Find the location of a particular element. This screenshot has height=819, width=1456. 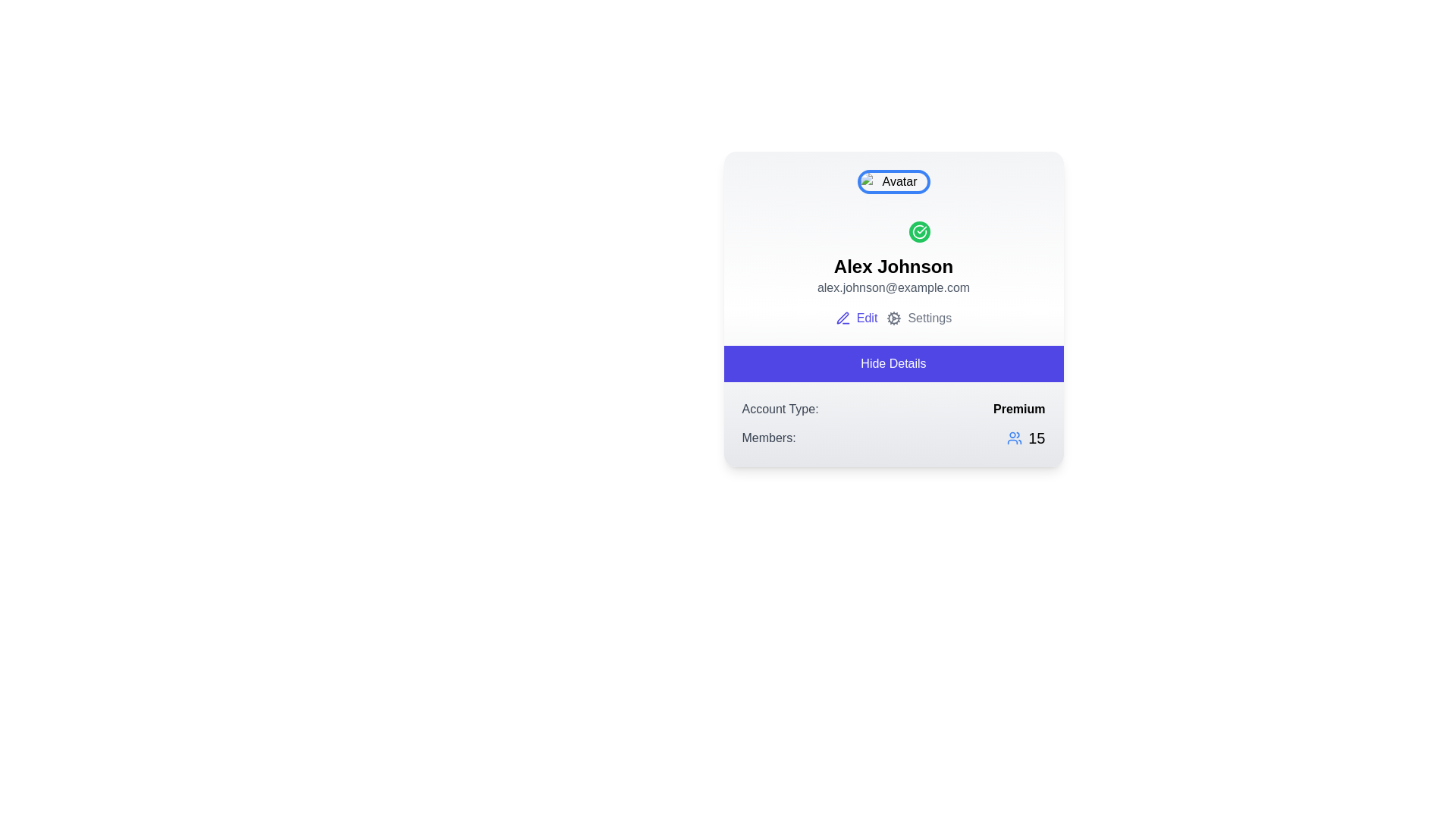

the bold black text label displaying the word 'Premium', which is aligned horizontally with the 'Account Type:' text and located in the bottom section of the card is located at coordinates (1019, 409).